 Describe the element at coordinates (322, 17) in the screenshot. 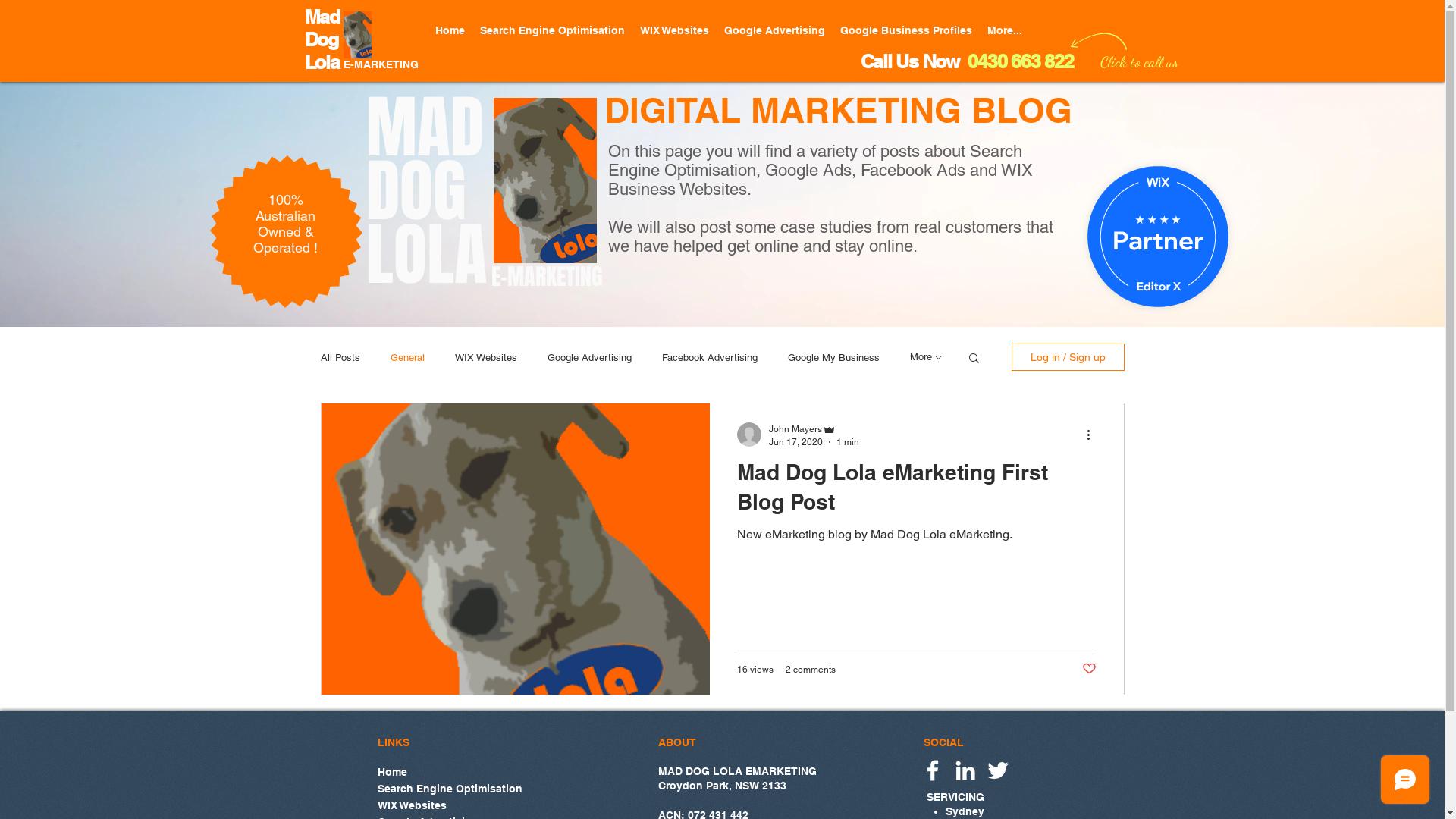

I see `'Mad'` at that location.